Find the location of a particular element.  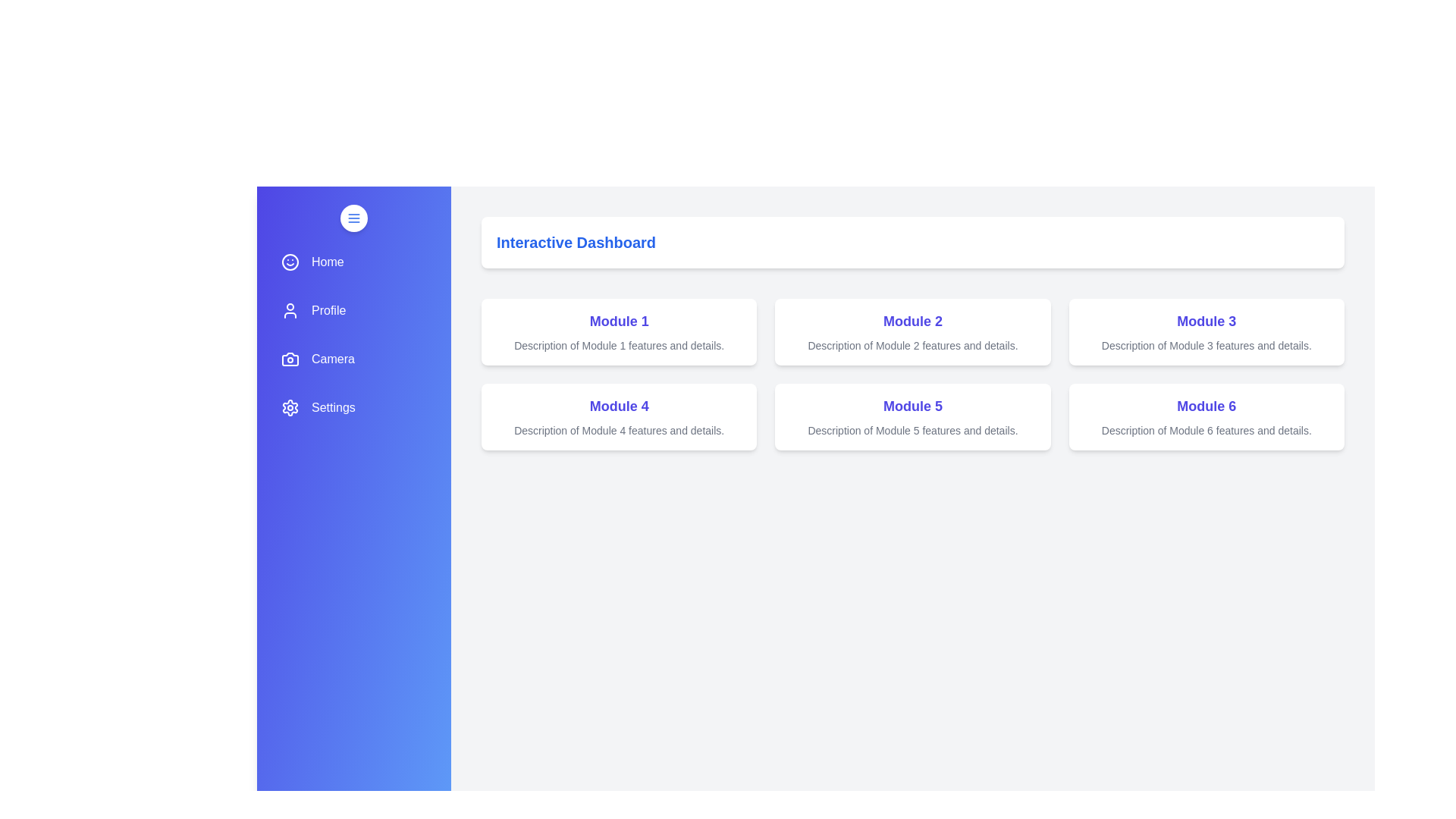

the 'Profile' text label located in the sidebar menu, which is the second row from the top is located at coordinates (328, 309).